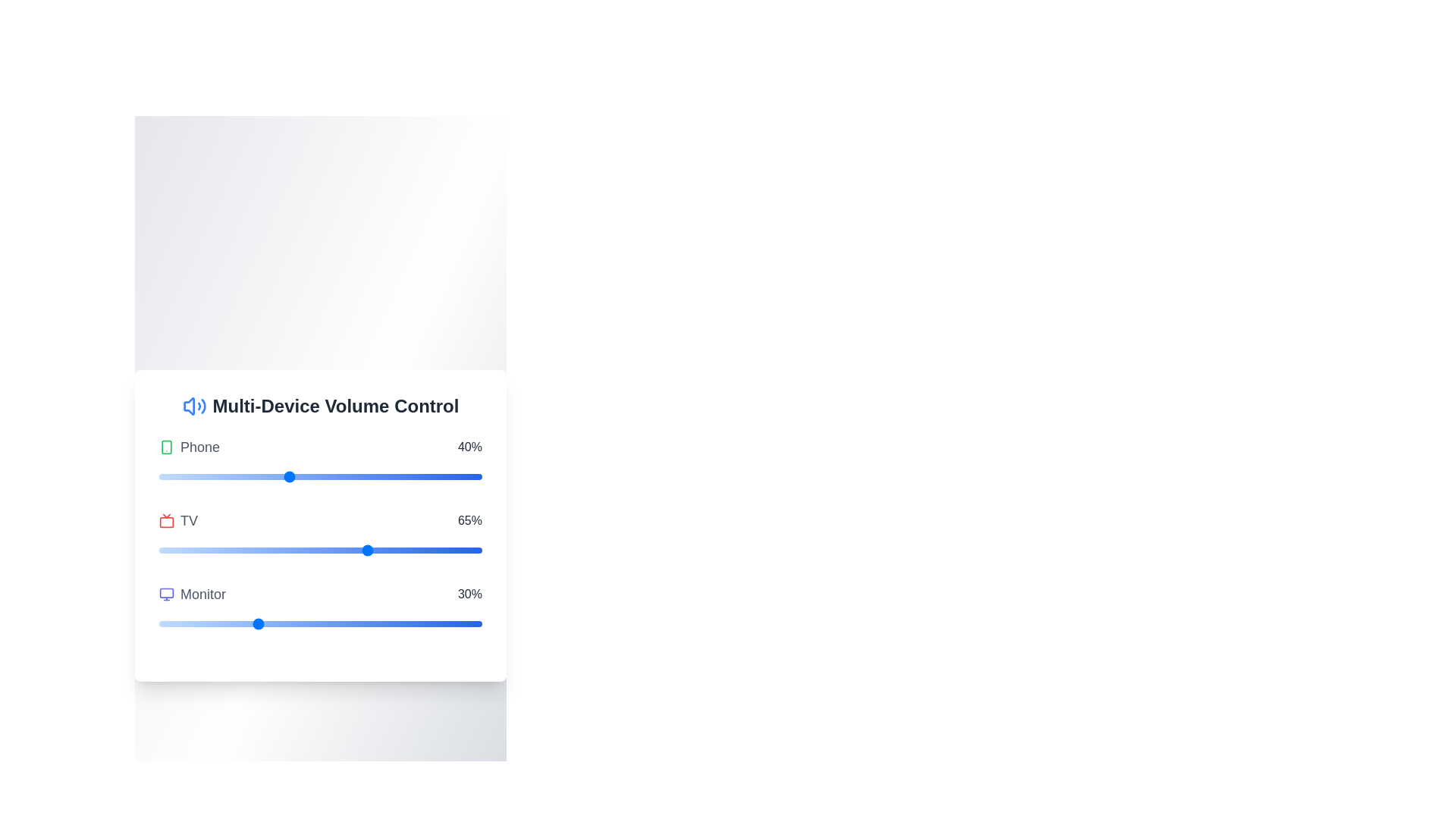  What do you see at coordinates (478, 550) in the screenshot?
I see `TV volume` at bounding box center [478, 550].